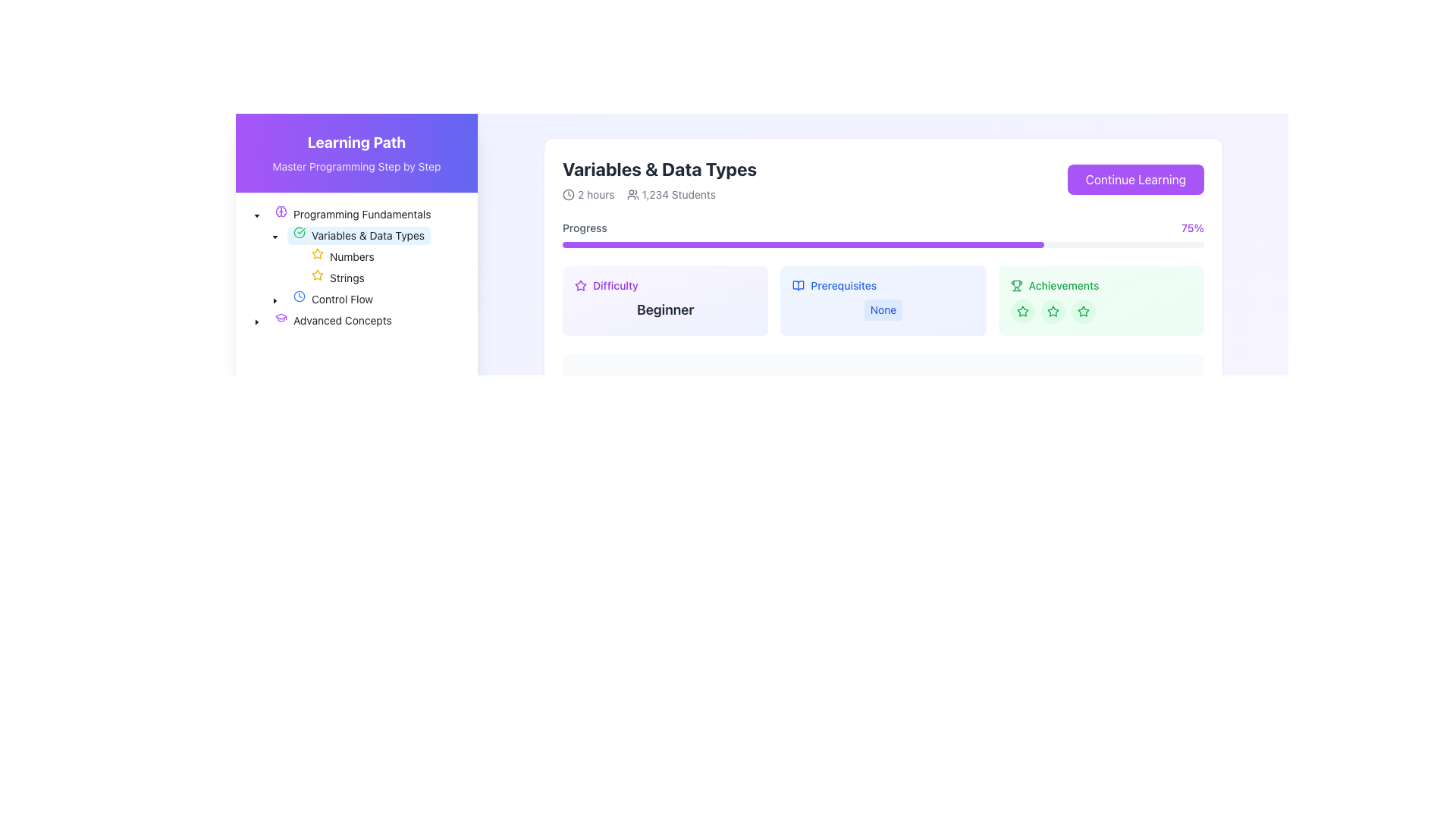 Image resolution: width=1456 pixels, height=819 pixels. Describe the element at coordinates (313, 256) in the screenshot. I see `the 'Numbers' text item node in the tree structure interface` at that location.